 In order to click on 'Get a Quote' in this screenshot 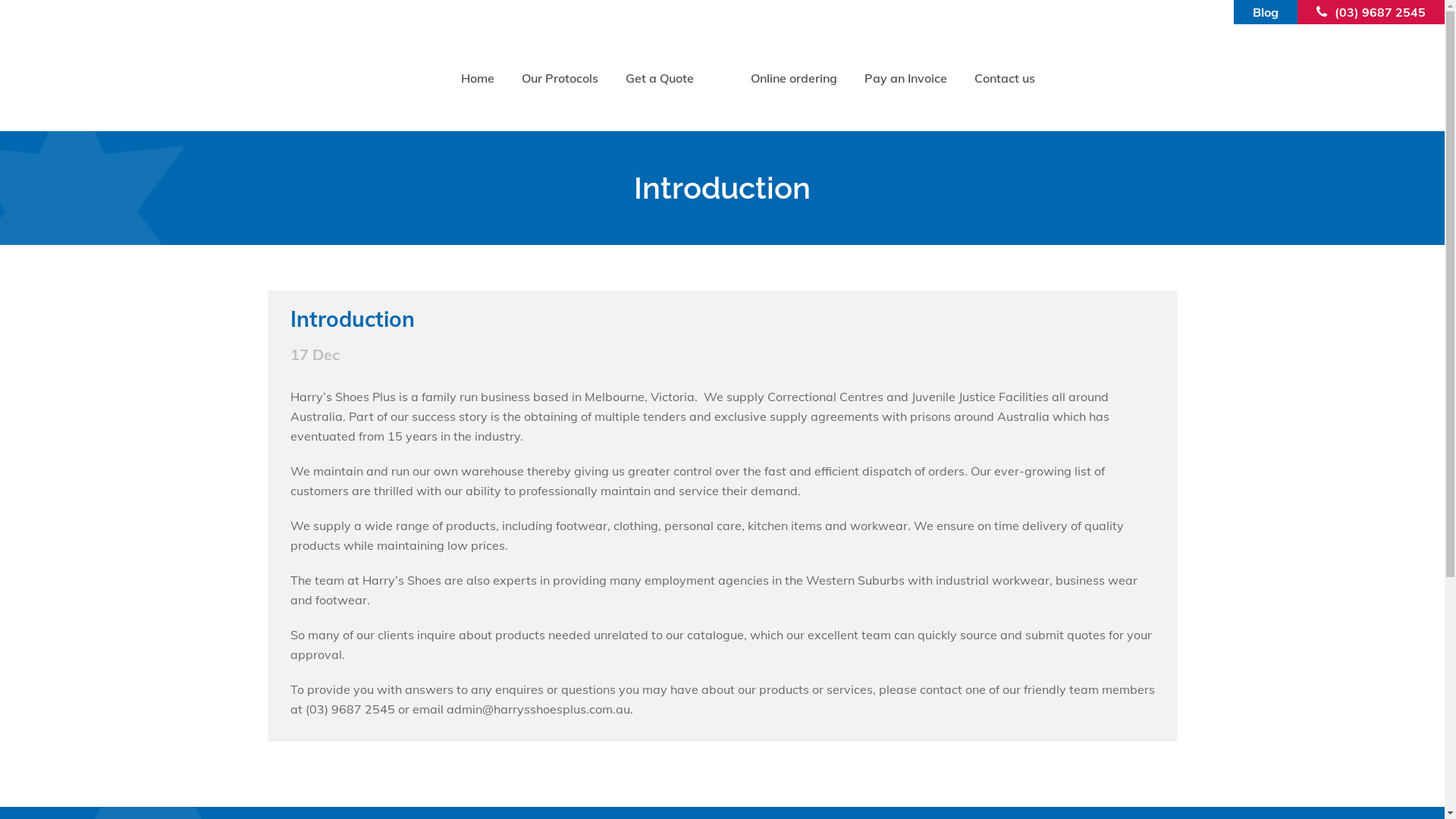, I will do `click(659, 78)`.